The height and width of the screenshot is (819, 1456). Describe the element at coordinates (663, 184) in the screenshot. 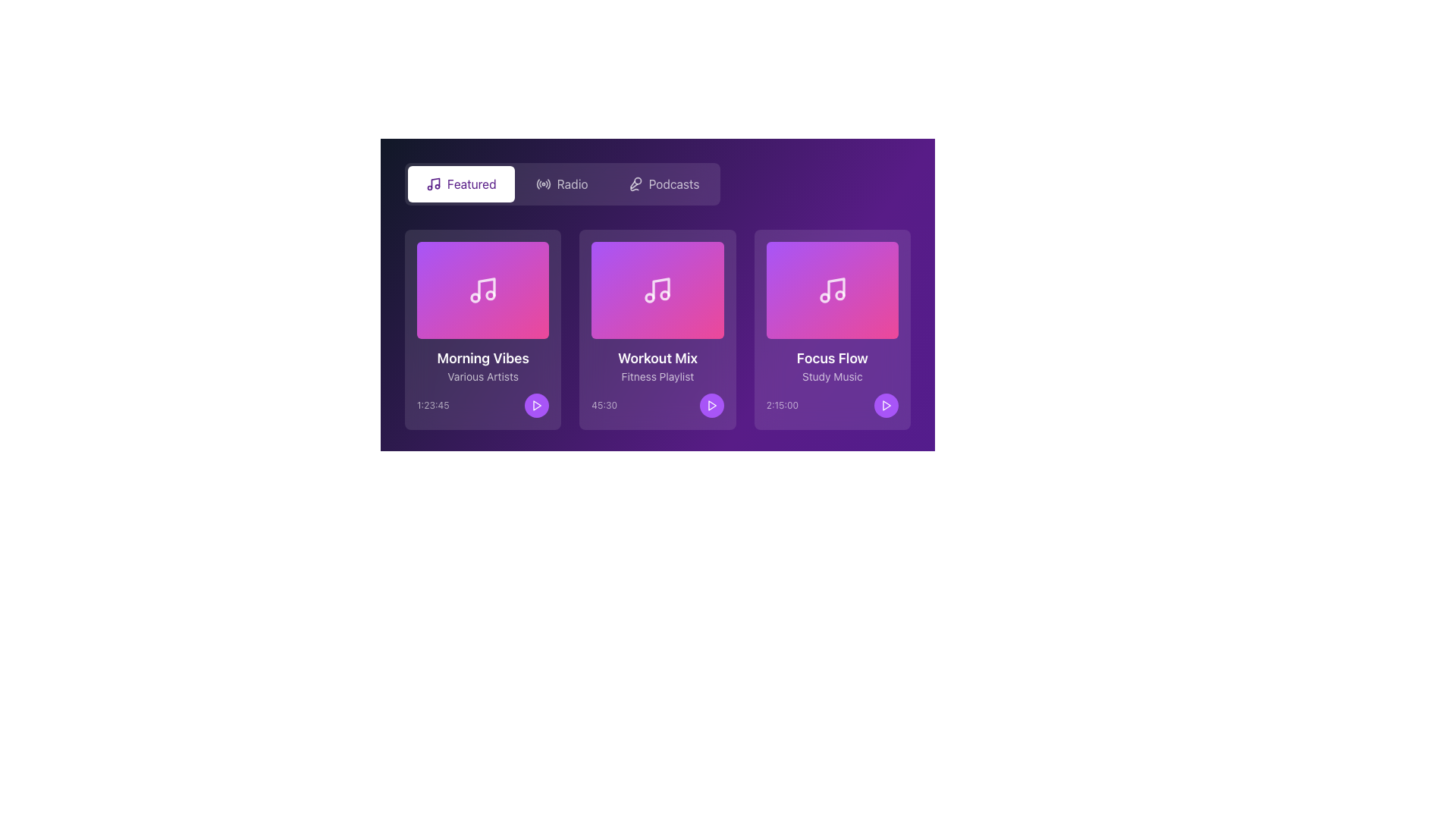

I see `the navigation button labeled 'Podcasts', which features white semi-transparent text and a microphone icon on a purple background` at that location.